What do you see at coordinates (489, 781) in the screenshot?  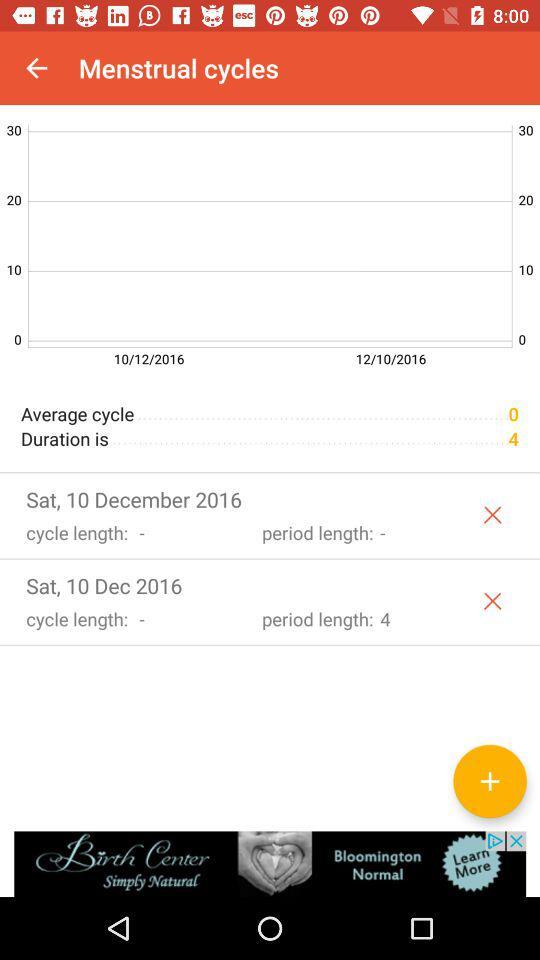 I see `the add icon` at bounding box center [489, 781].